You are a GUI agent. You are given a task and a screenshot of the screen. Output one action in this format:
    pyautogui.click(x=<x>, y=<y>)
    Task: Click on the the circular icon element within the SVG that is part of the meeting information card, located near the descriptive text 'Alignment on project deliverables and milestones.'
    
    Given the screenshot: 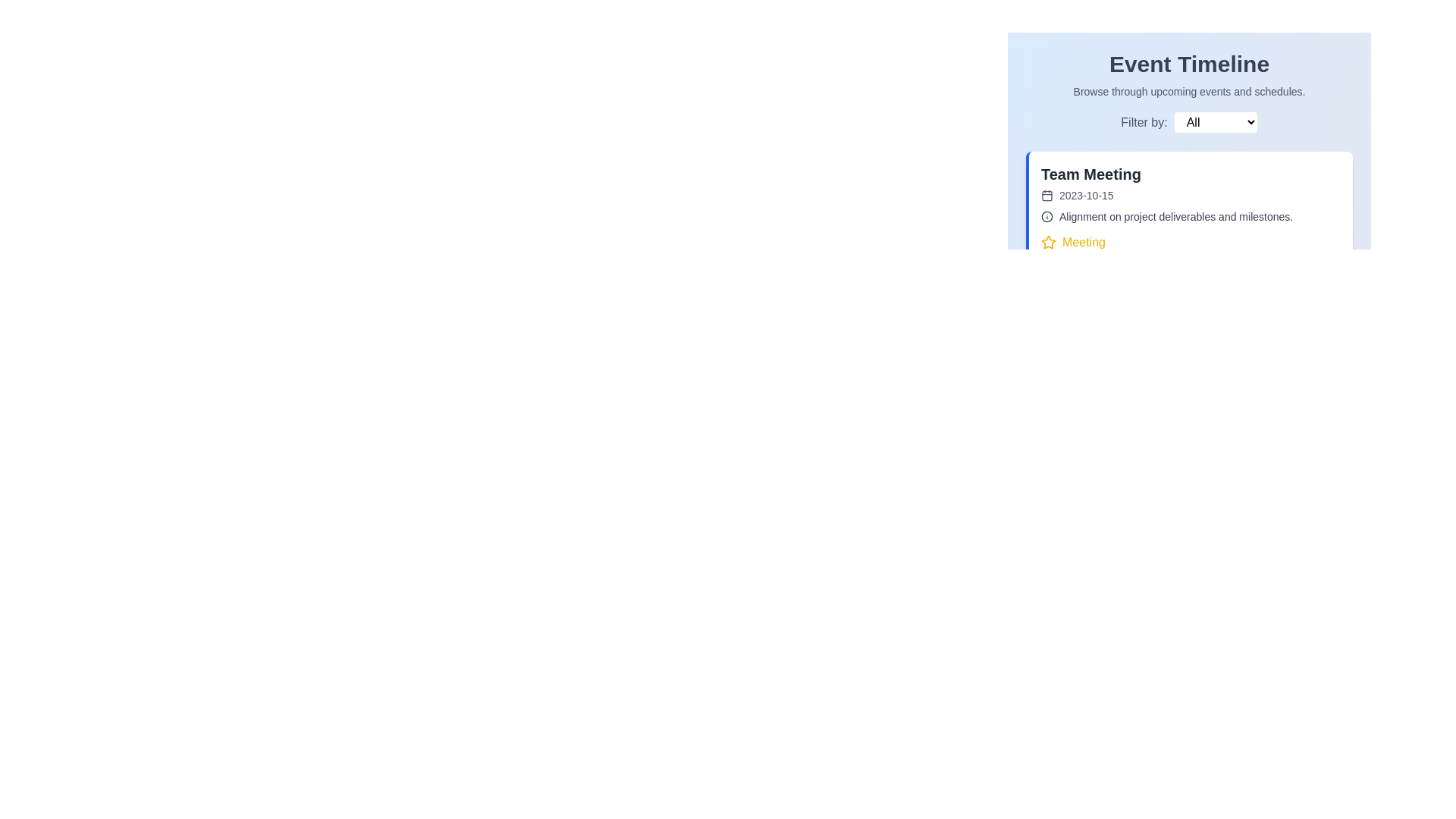 What is the action you would take?
    pyautogui.click(x=1046, y=216)
    